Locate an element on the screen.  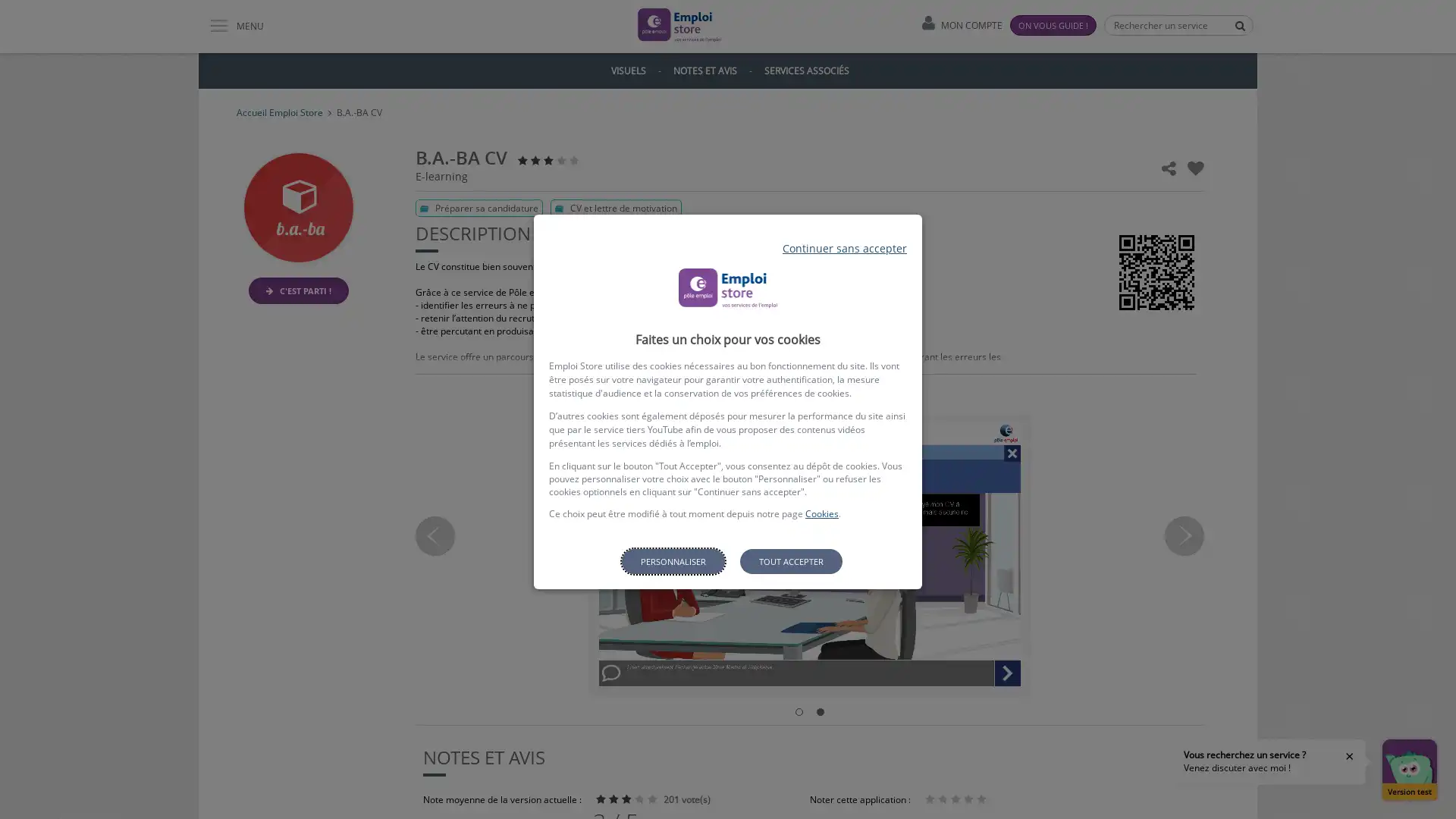
Fermer la bulle d'aide is located at coordinates (1350, 755).